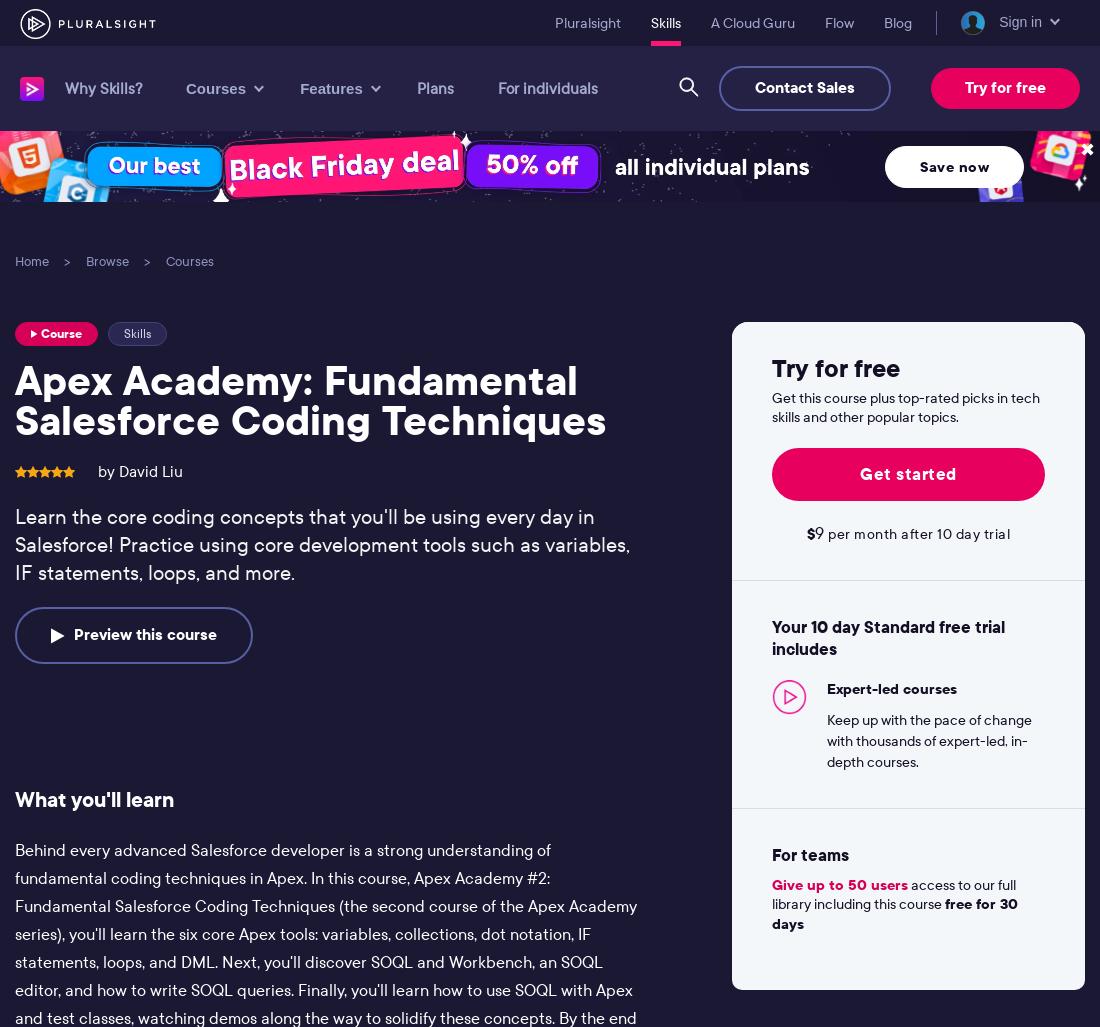 This screenshot has height=1027, width=1100. I want to click on 'Features', so click(331, 86).